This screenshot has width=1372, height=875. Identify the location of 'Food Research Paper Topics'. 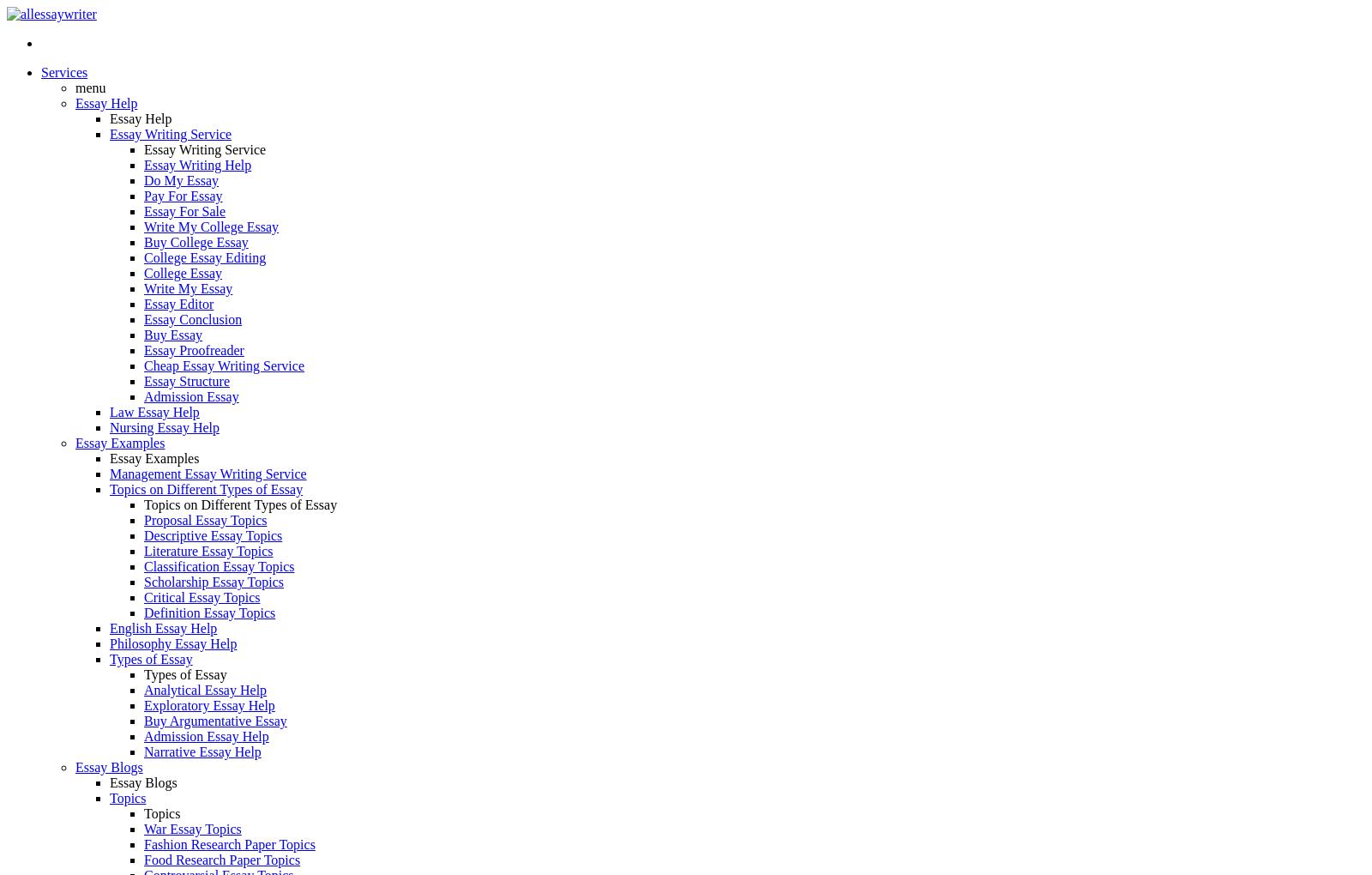
(222, 860).